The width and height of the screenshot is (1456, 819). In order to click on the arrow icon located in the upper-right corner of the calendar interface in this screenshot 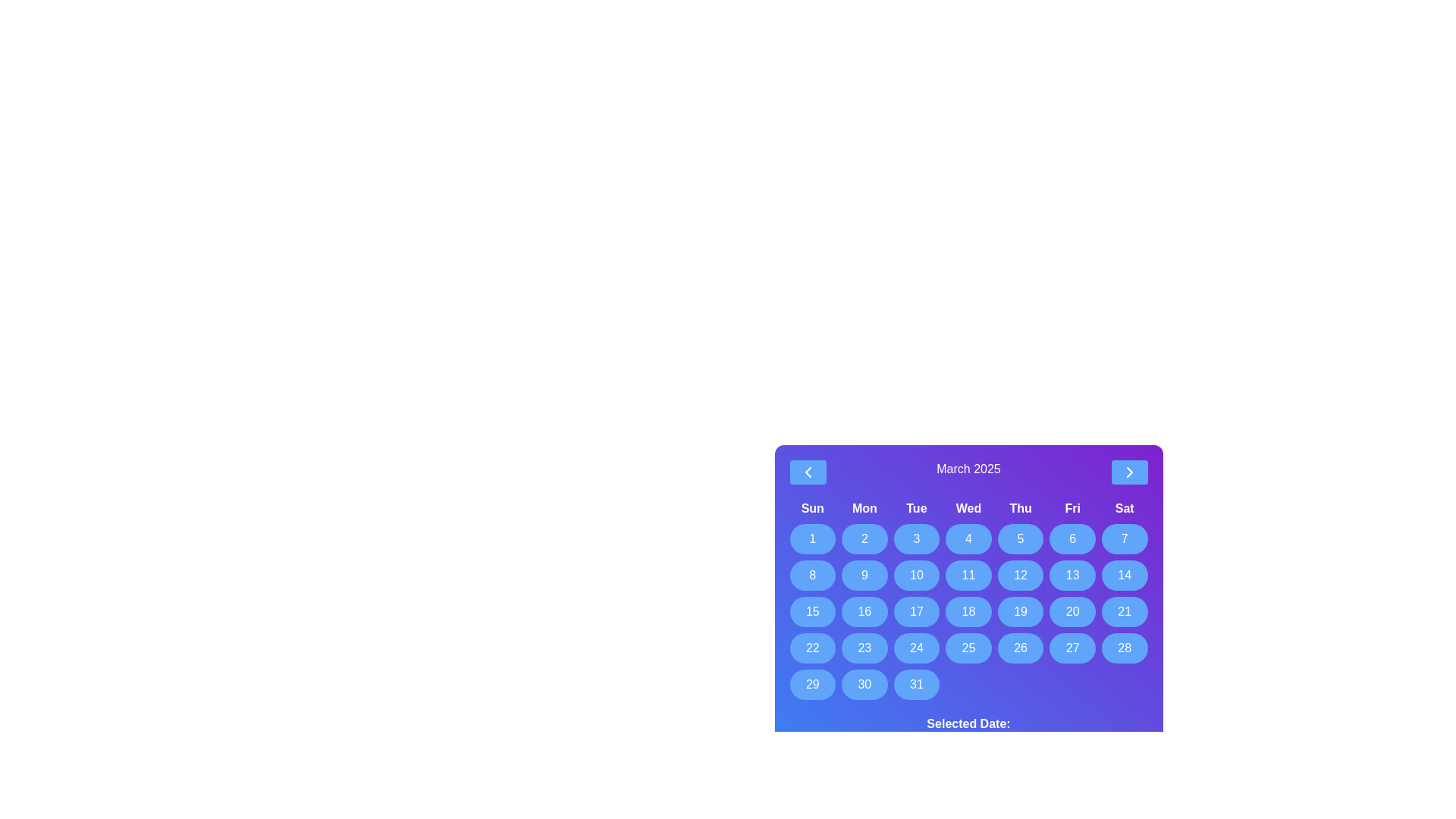, I will do `click(1129, 472)`.